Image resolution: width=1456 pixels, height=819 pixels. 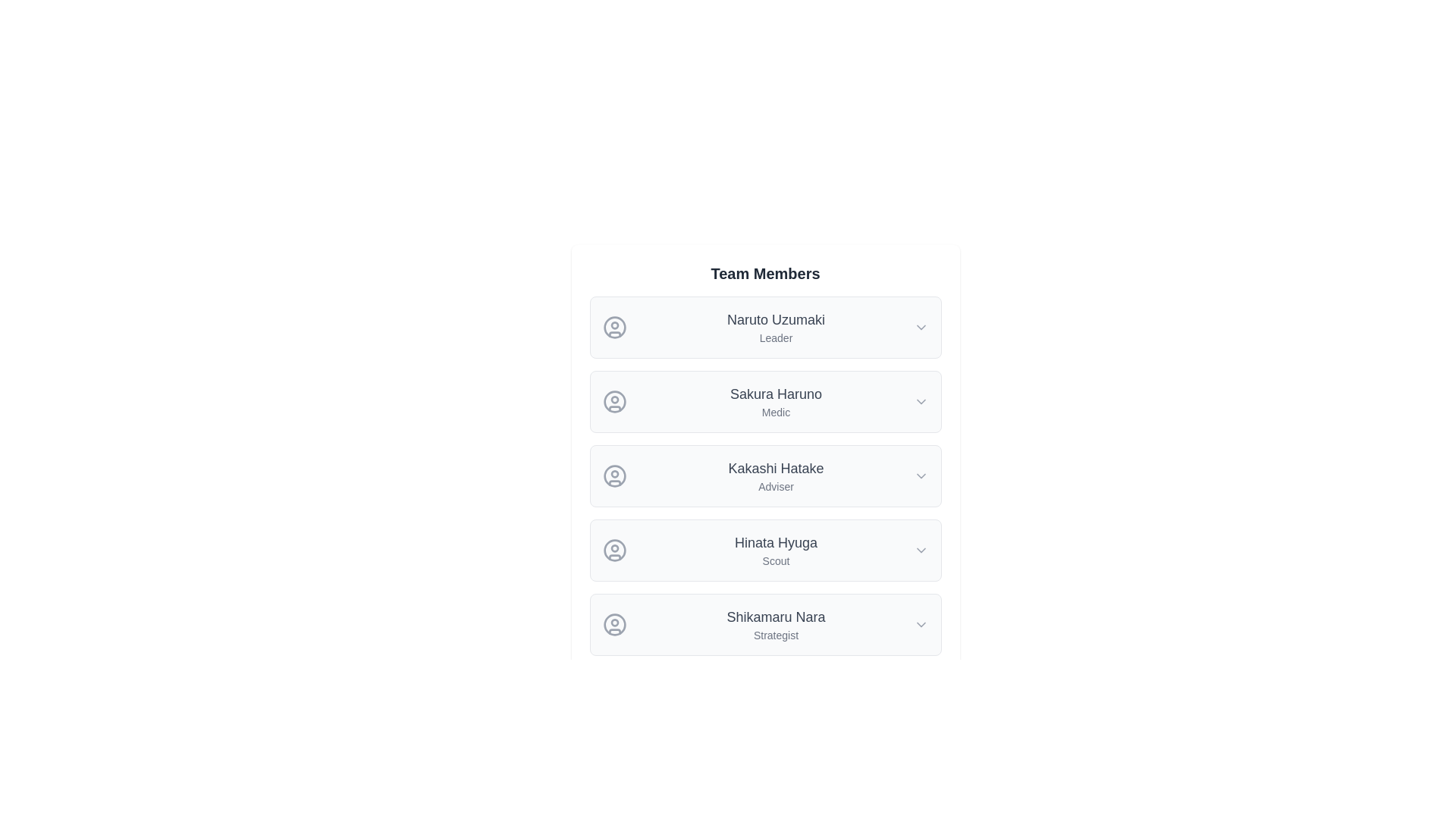 What do you see at coordinates (614, 475) in the screenshot?
I see `the circular user profile indicator in the third list item under 'Team Members', which is located to the left of the name 'Kakashi Hatake'` at bounding box center [614, 475].